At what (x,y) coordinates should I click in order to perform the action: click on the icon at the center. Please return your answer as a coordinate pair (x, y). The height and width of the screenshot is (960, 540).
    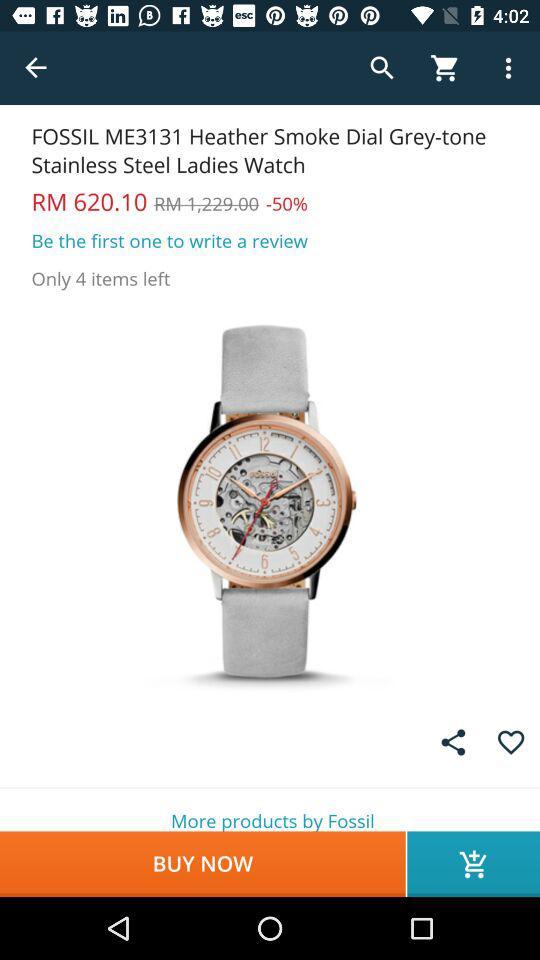
    Looking at the image, I should click on (270, 500).